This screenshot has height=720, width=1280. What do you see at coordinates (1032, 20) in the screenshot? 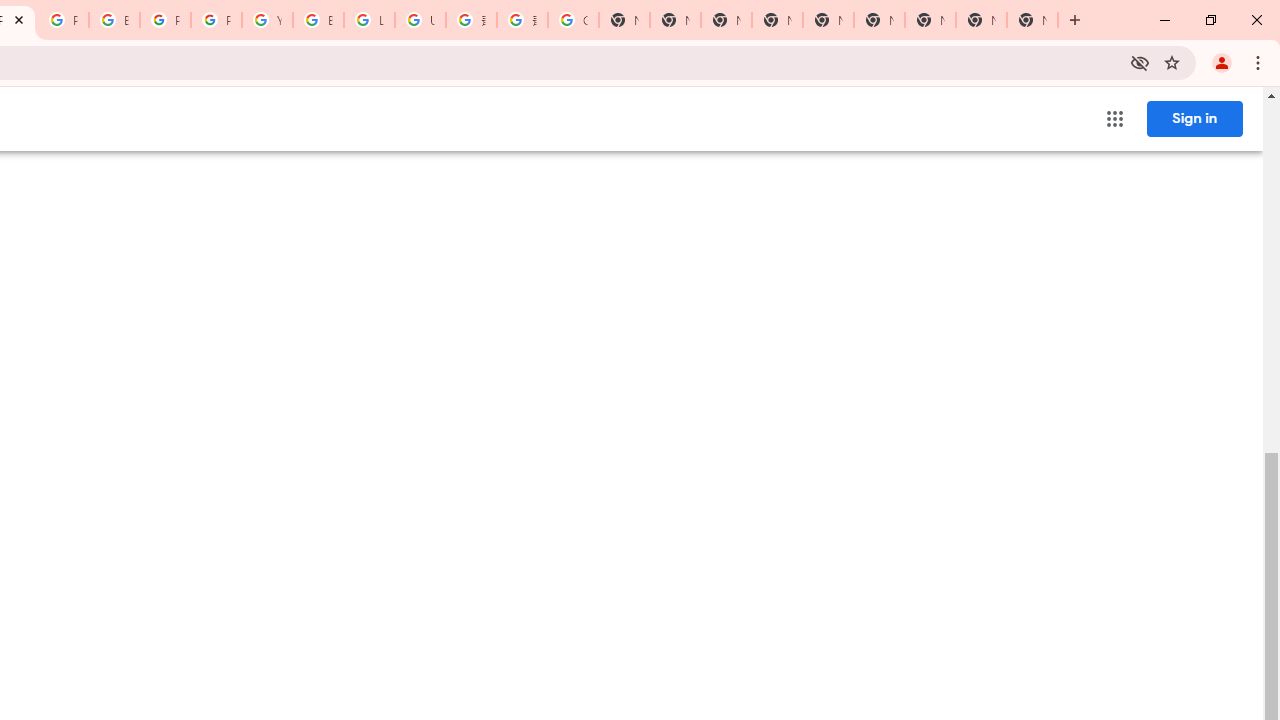
I see `'New Tab'` at bounding box center [1032, 20].